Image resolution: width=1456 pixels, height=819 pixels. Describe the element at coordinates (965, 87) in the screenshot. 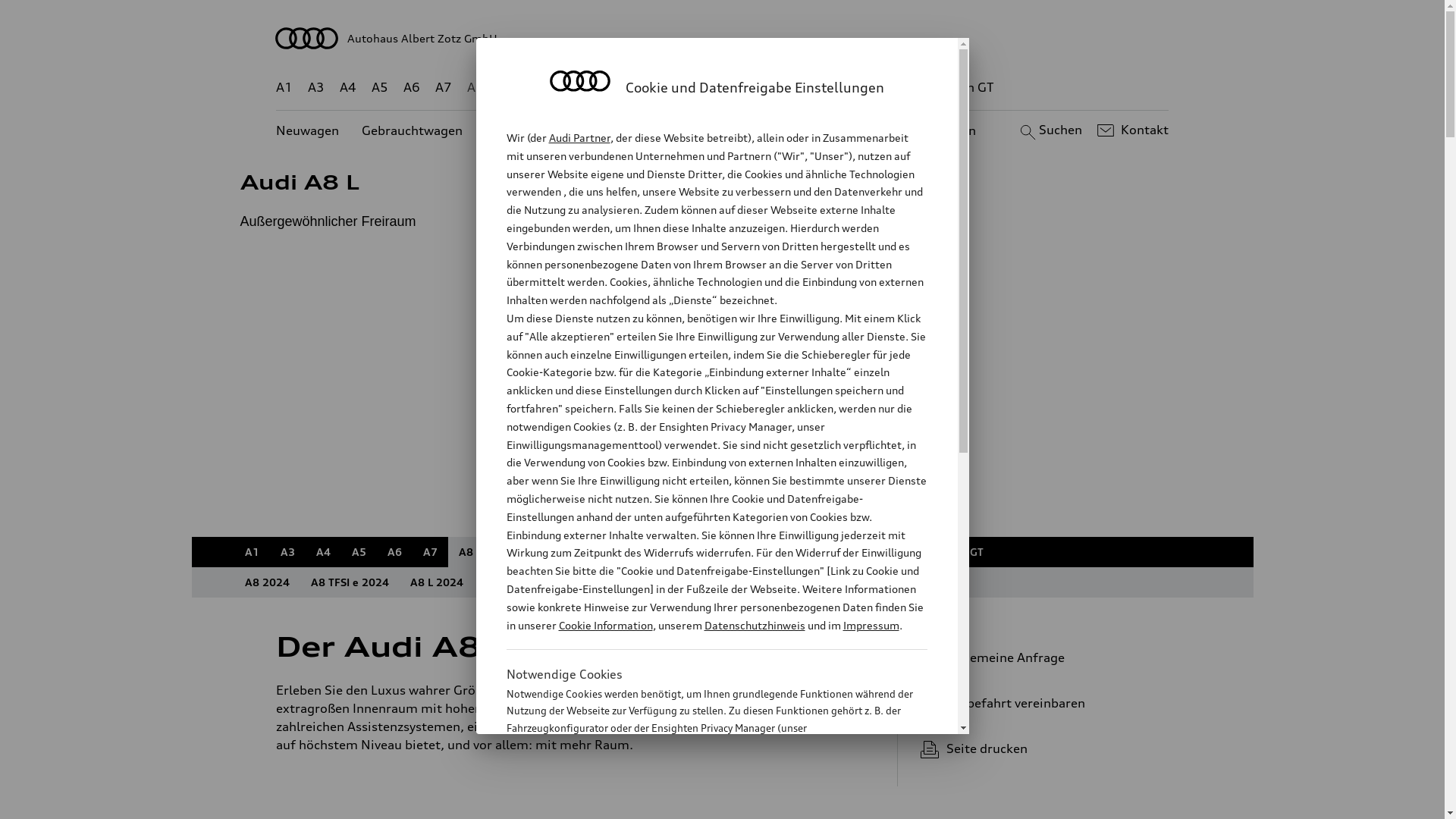

I see `'e-tron GT'` at that location.